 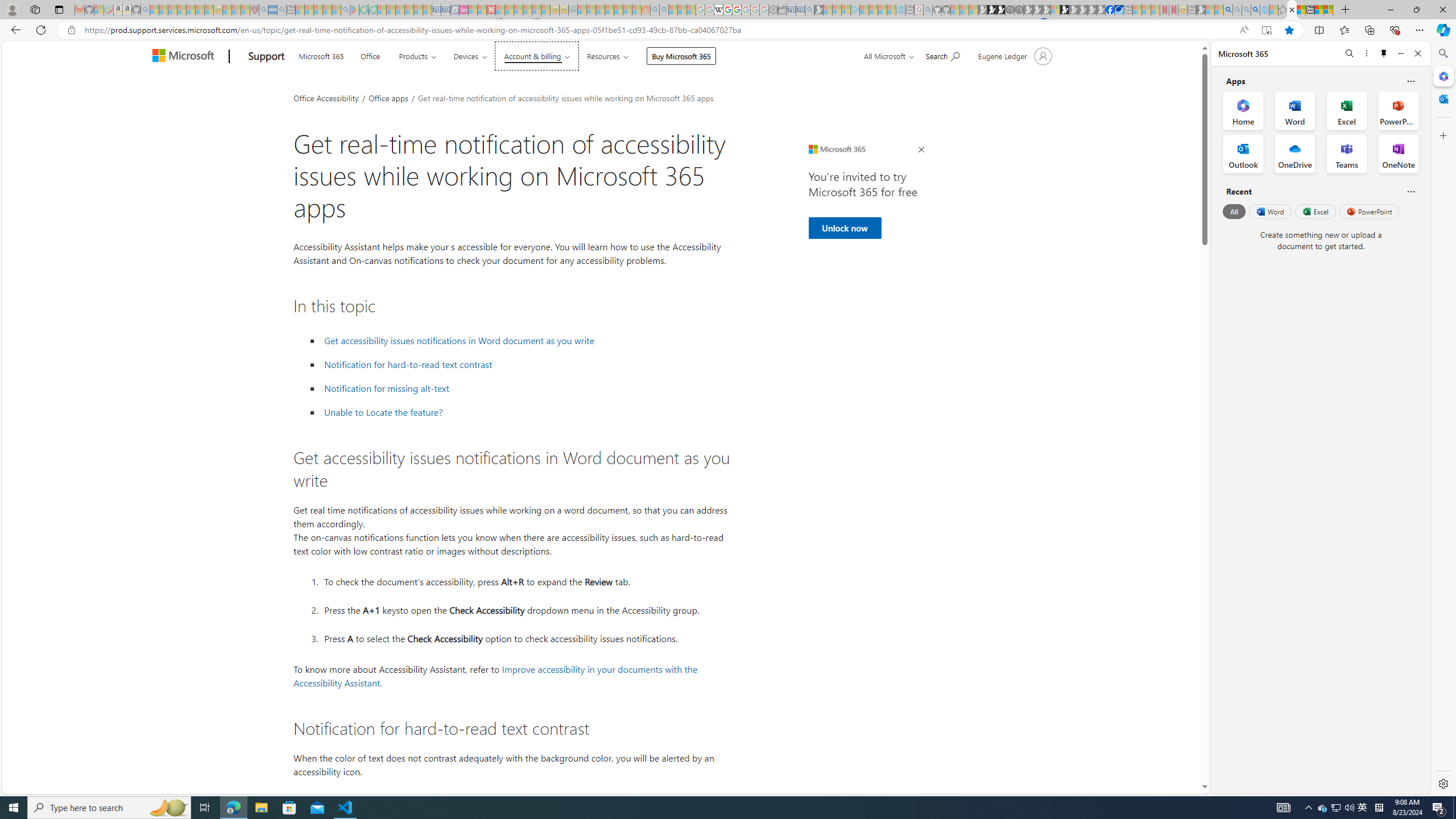 What do you see at coordinates (846, 9) in the screenshot?
I see `'Microsoft account | Privacy - Sleeping'` at bounding box center [846, 9].